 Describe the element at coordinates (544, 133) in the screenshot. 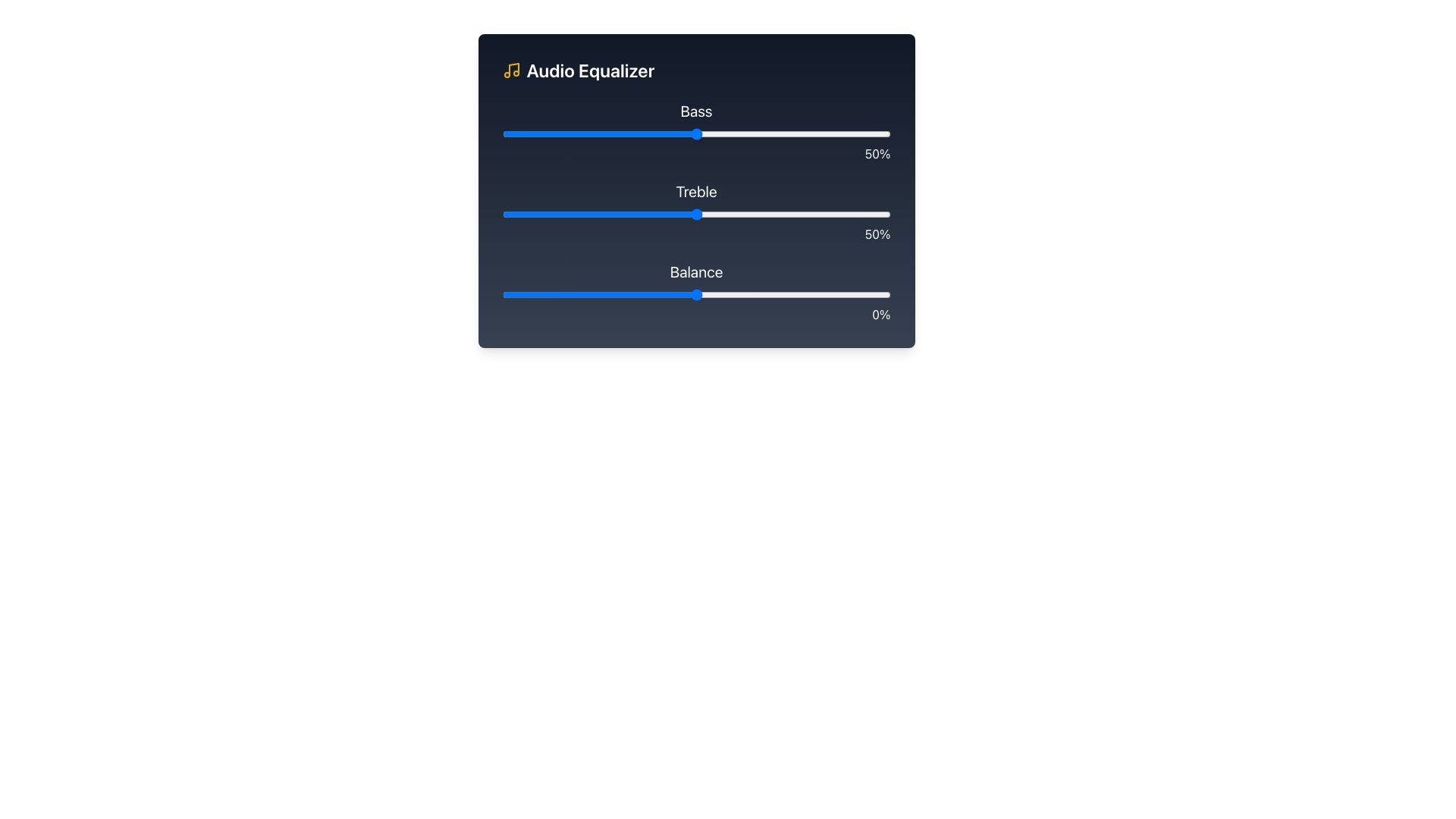

I see `the Bass level` at that location.